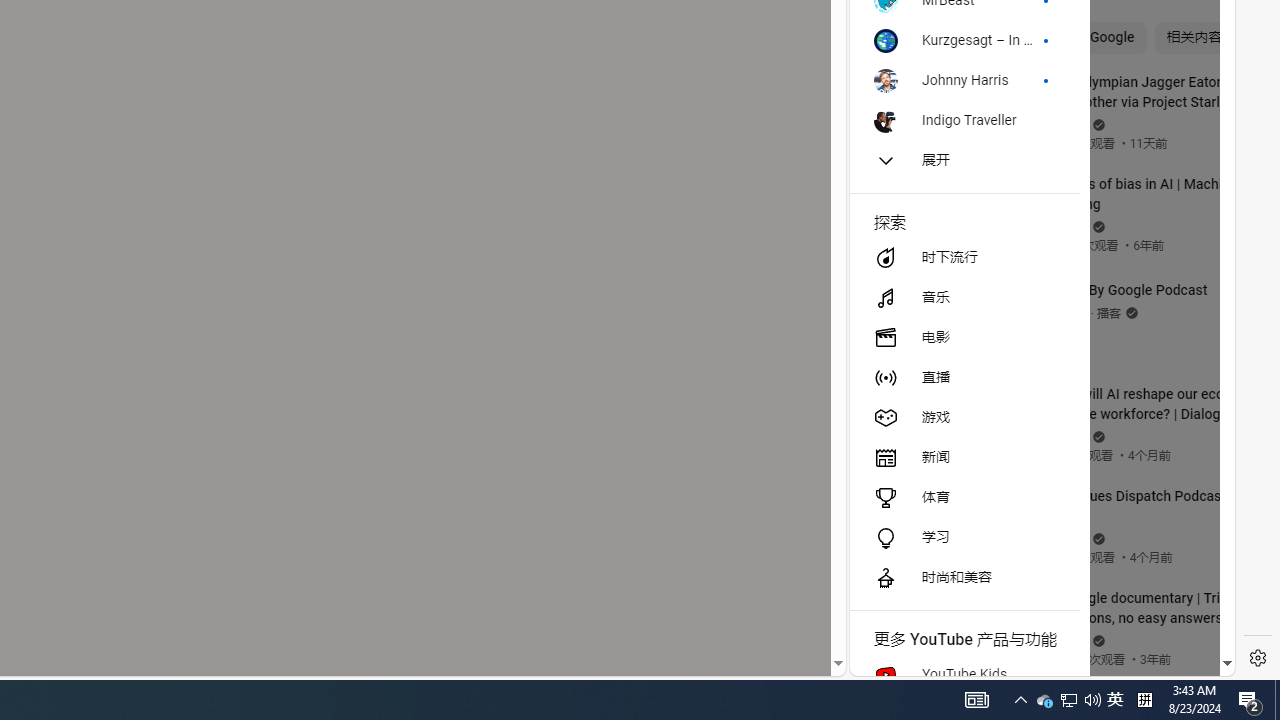  I want to click on 'YouTube', so click(1034, 431).